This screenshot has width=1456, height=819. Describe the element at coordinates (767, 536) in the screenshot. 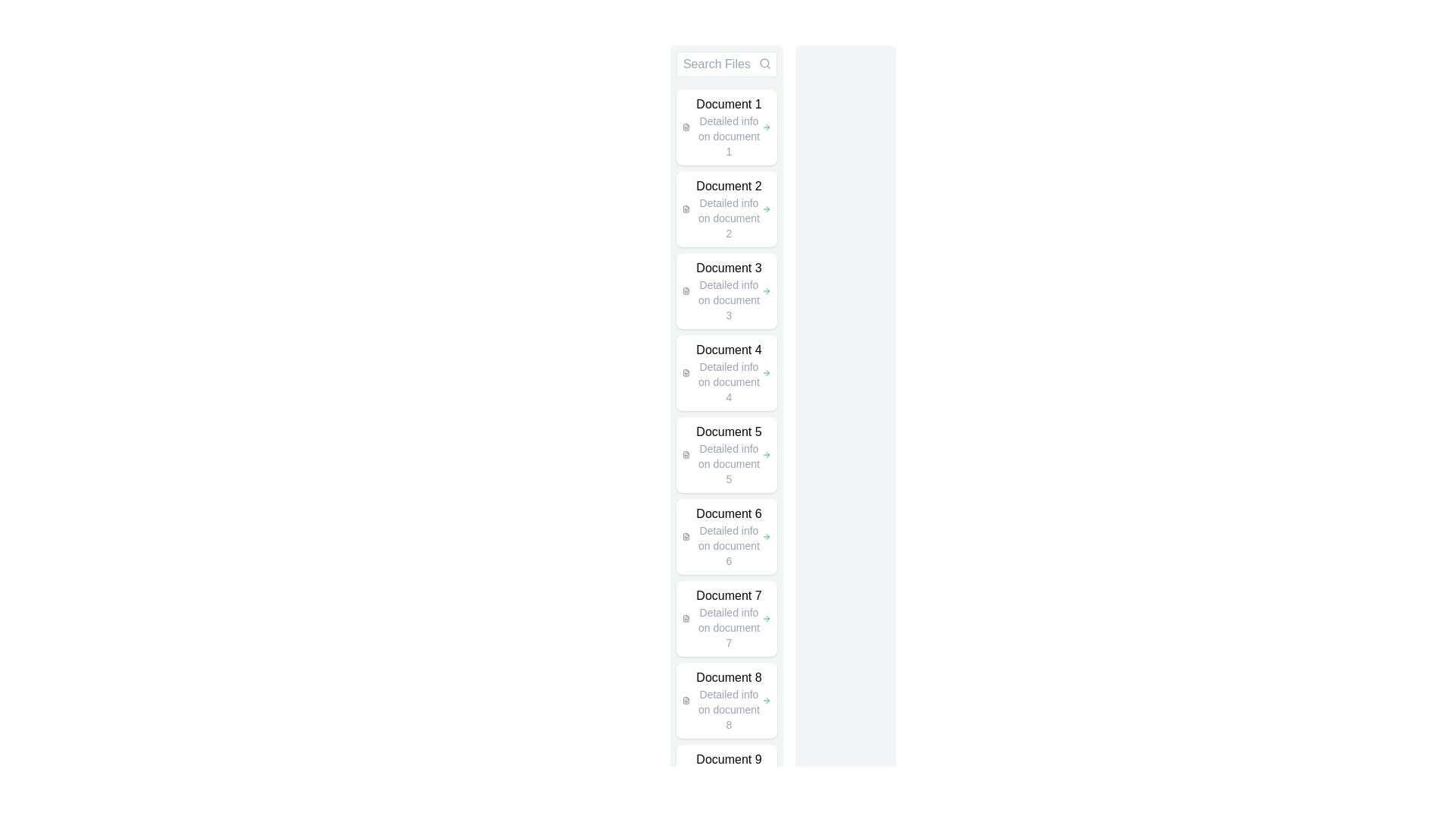

I see `the green arrow icon pointing to the right, located to the right of the text 'Detailed info on document 6'` at that location.